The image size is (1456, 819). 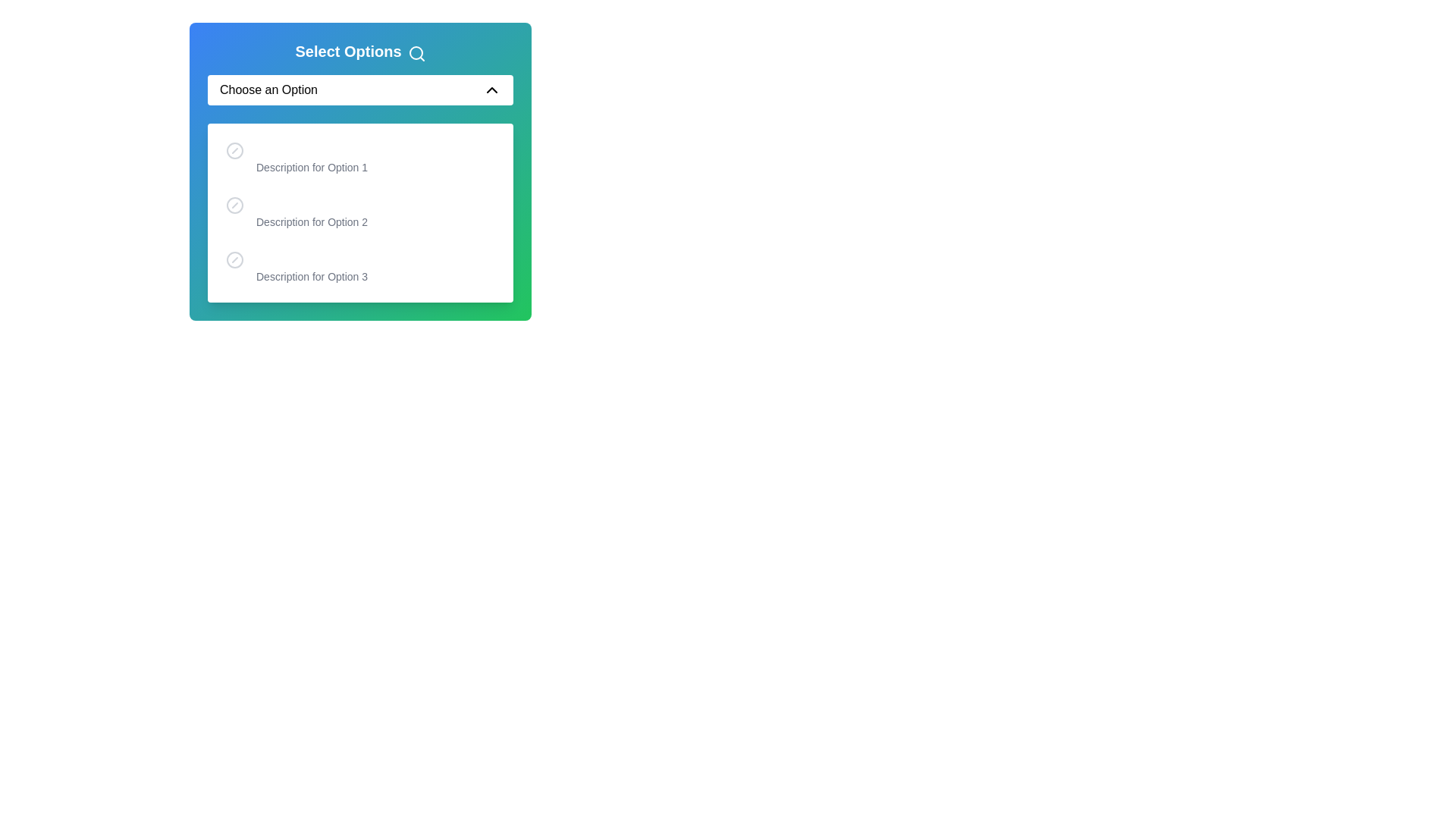 What do you see at coordinates (234, 149) in the screenshot?
I see `the Circle icon that visually represents an inactive state, located to the left of the text label 'Description for Option 1' in the first list item` at bounding box center [234, 149].